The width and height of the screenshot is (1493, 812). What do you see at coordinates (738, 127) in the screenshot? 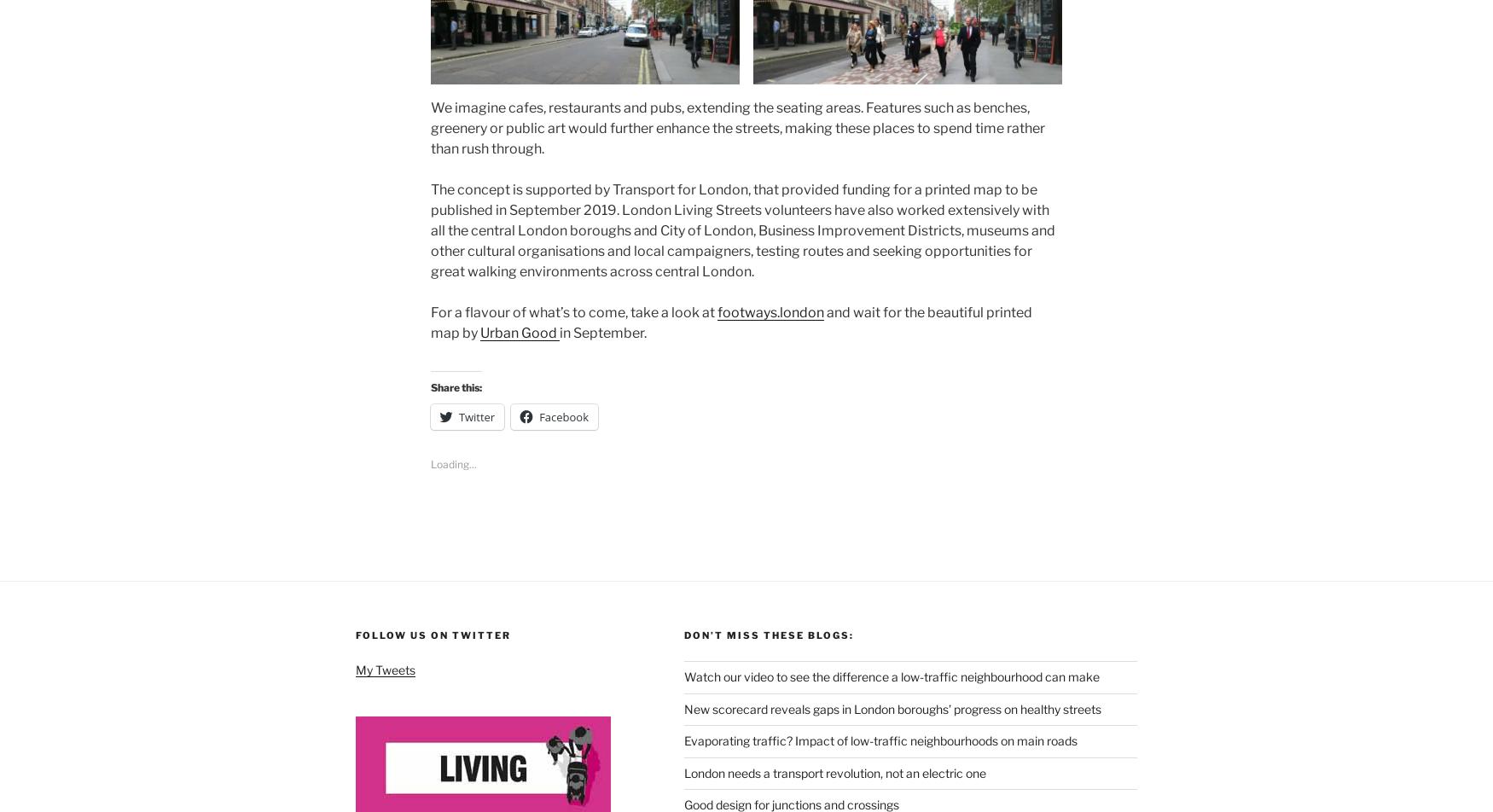
I see `'We imagine cafes, restaurants and pubs, extending the seating areas. Features such as benches, greenery or public art would further enhance the streets, making these places to spend time rather than rush through.'` at bounding box center [738, 127].